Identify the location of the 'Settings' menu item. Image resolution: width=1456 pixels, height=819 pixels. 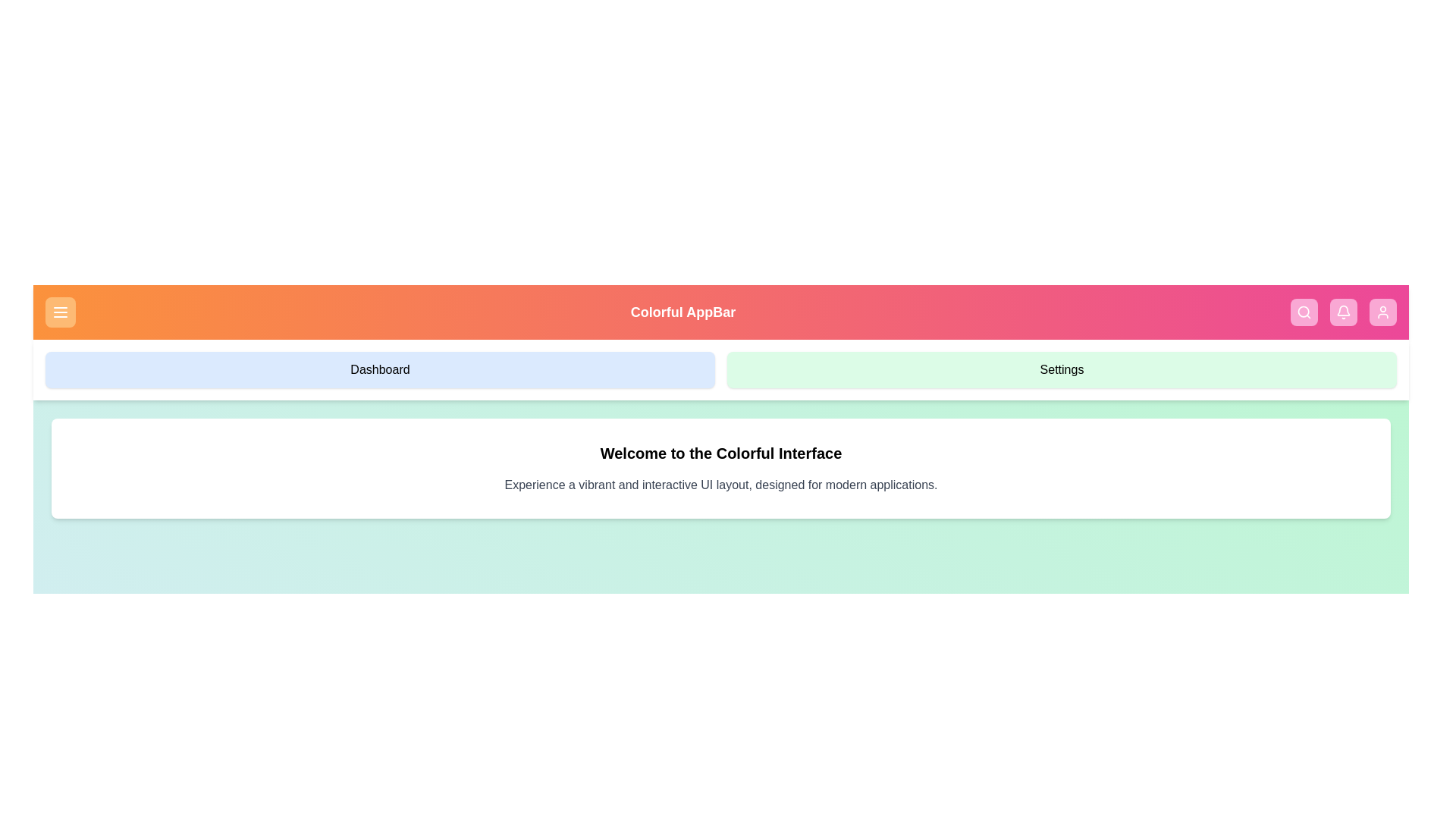
(1061, 370).